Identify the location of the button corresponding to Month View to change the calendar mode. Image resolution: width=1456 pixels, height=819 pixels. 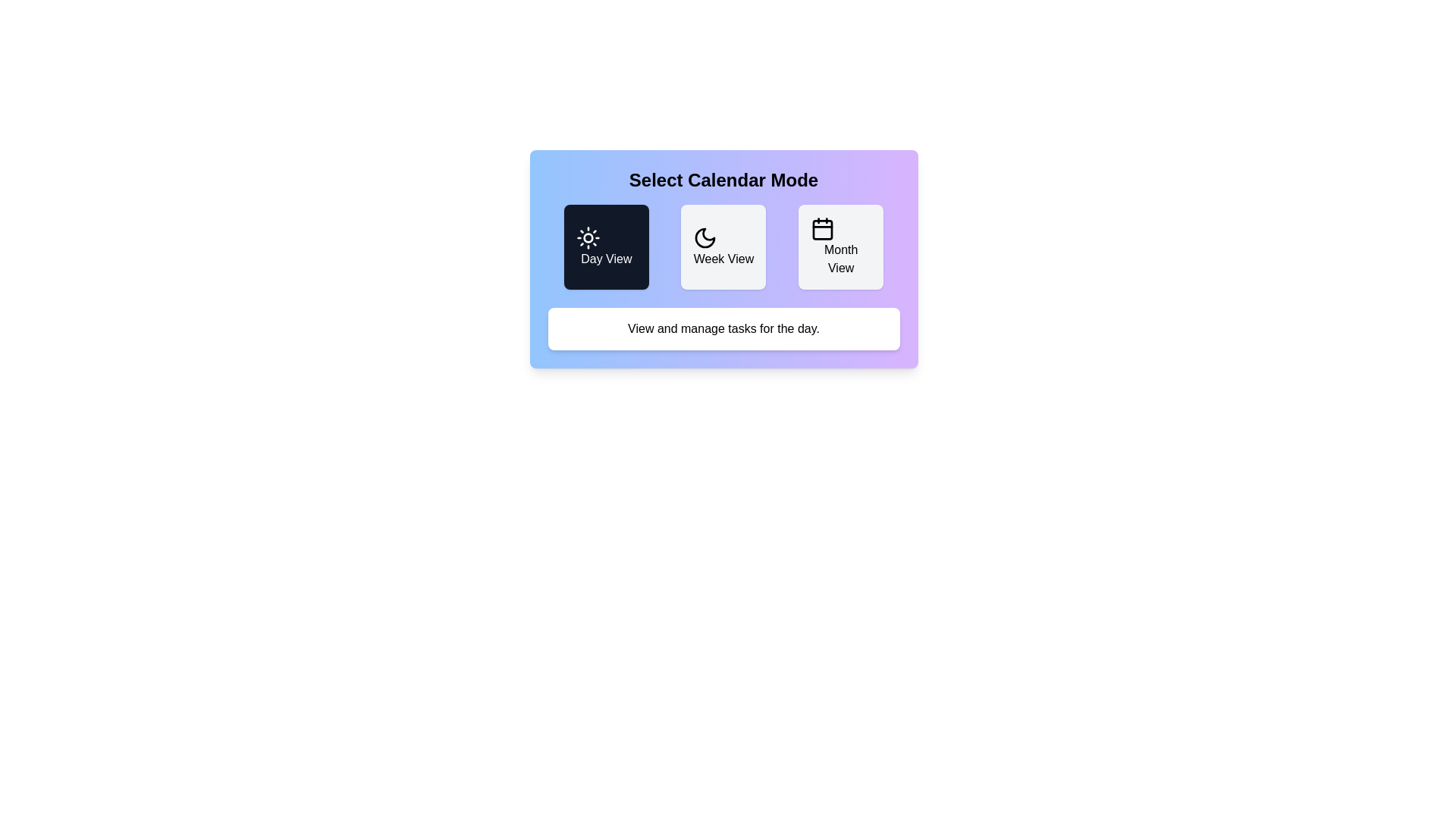
(840, 246).